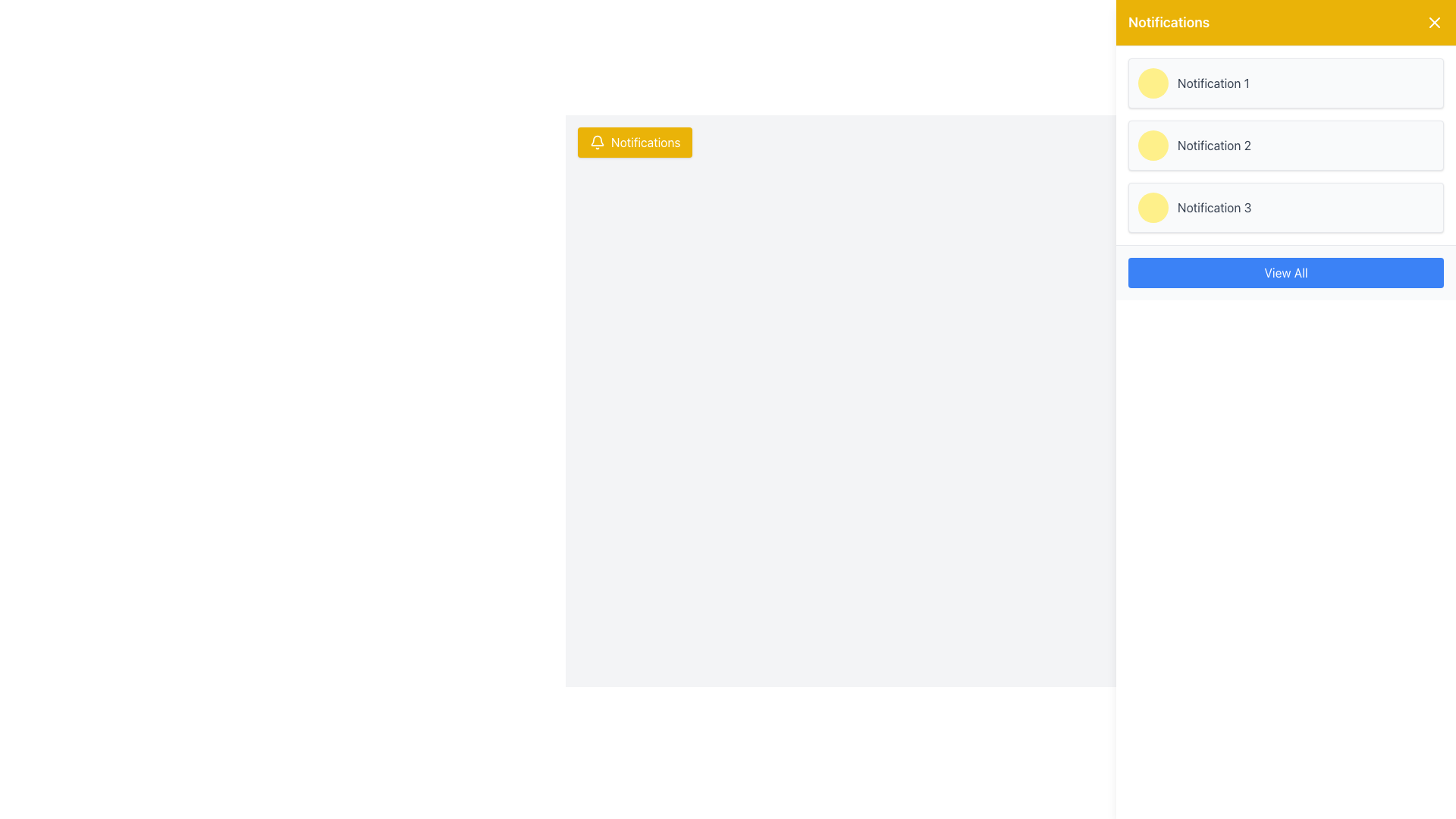 This screenshot has width=1456, height=819. Describe the element at coordinates (1285, 271) in the screenshot. I see `the blue rectangular button labeled 'View All' located in the notification panel at the bottom of the notification list` at that location.